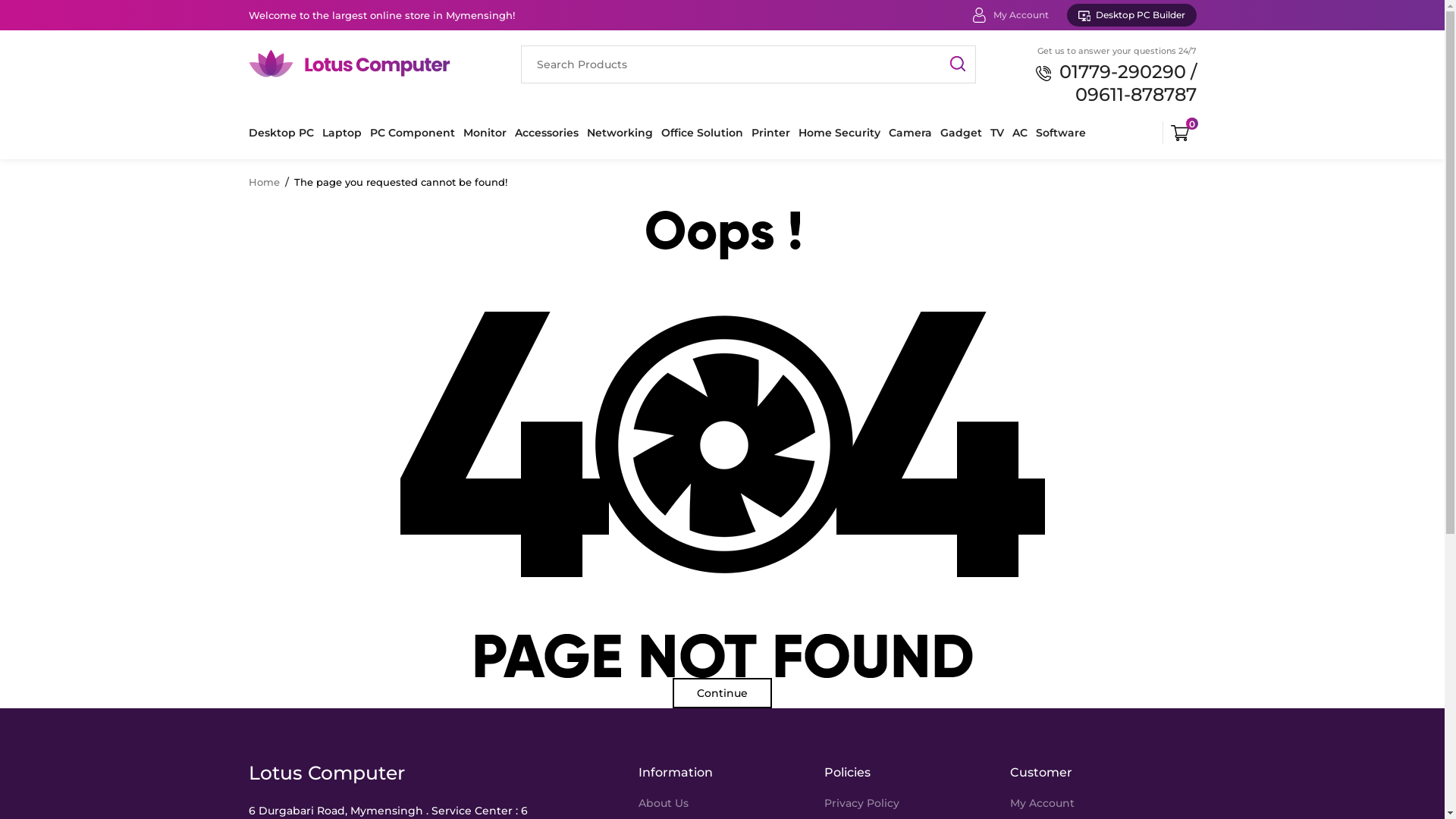 The width and height of the screenshot is (1456, 819). What do you see at coordinates (1059, 131) in the screenshot?
I see `'Software'` at bounding box center [1059, 131].